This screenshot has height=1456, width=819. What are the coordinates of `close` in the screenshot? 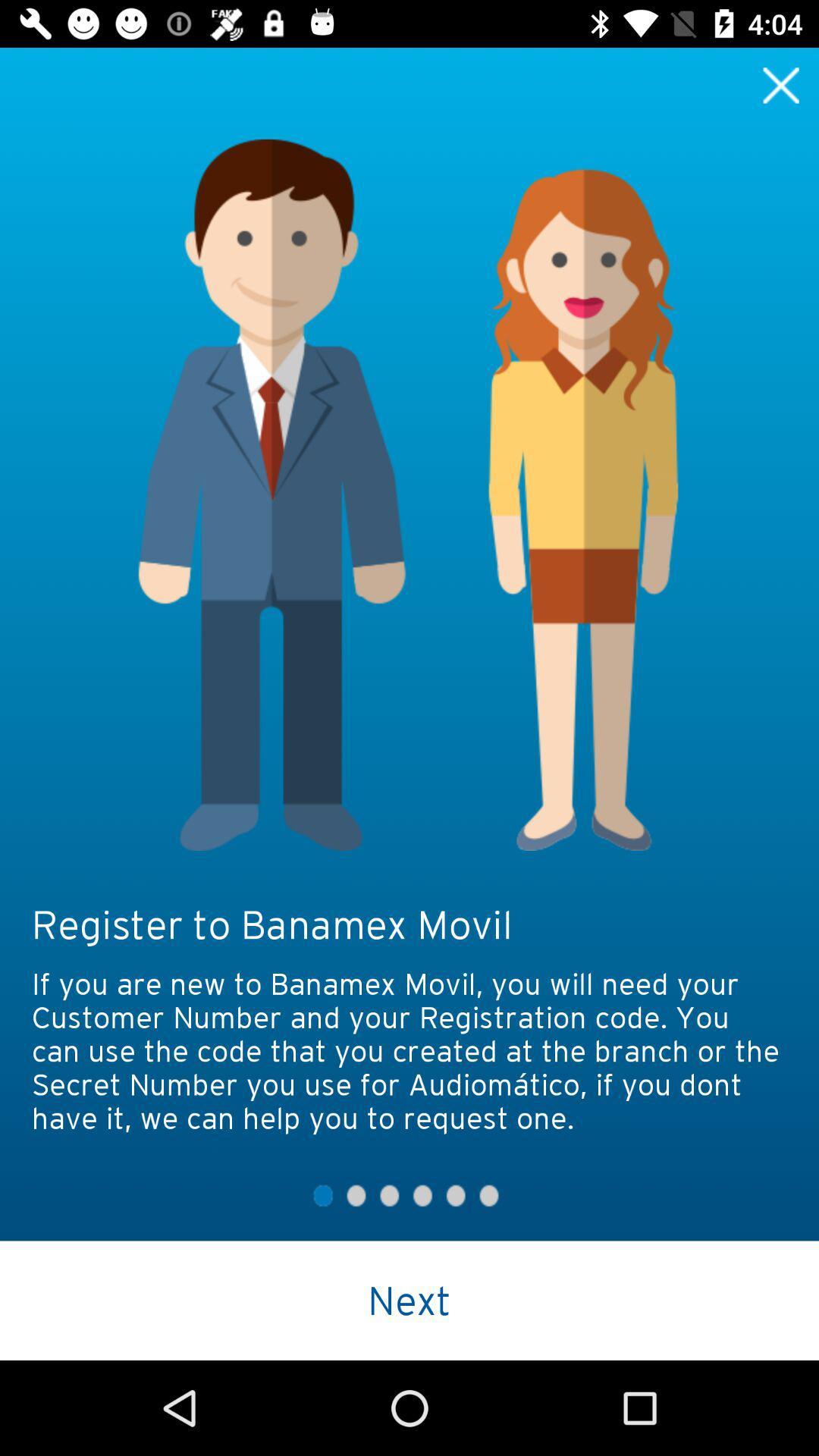 It's located at (781, 84).